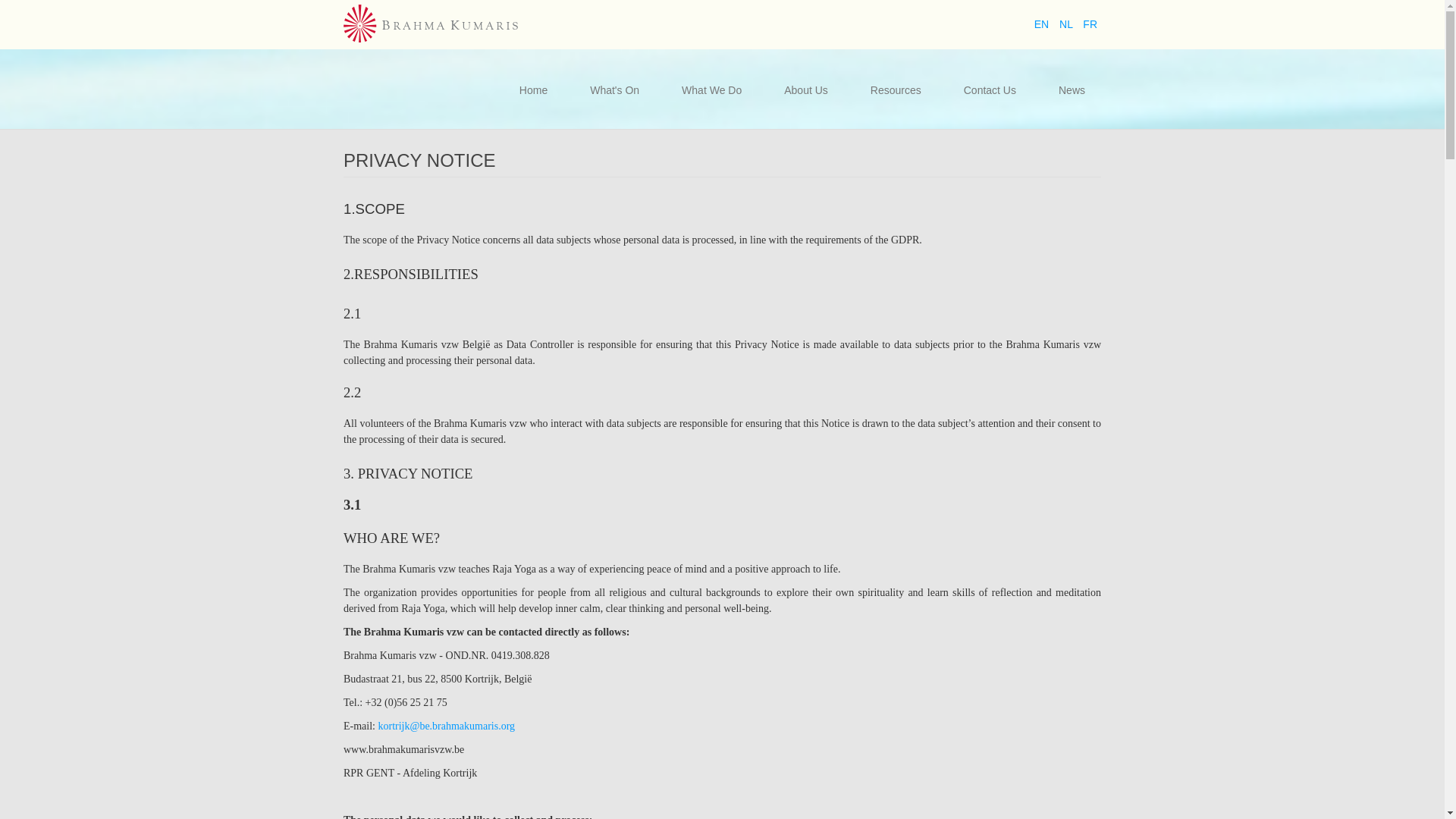  I want to click on 'kortrijk@be.brahmakumaris.org', so click(445, 725).